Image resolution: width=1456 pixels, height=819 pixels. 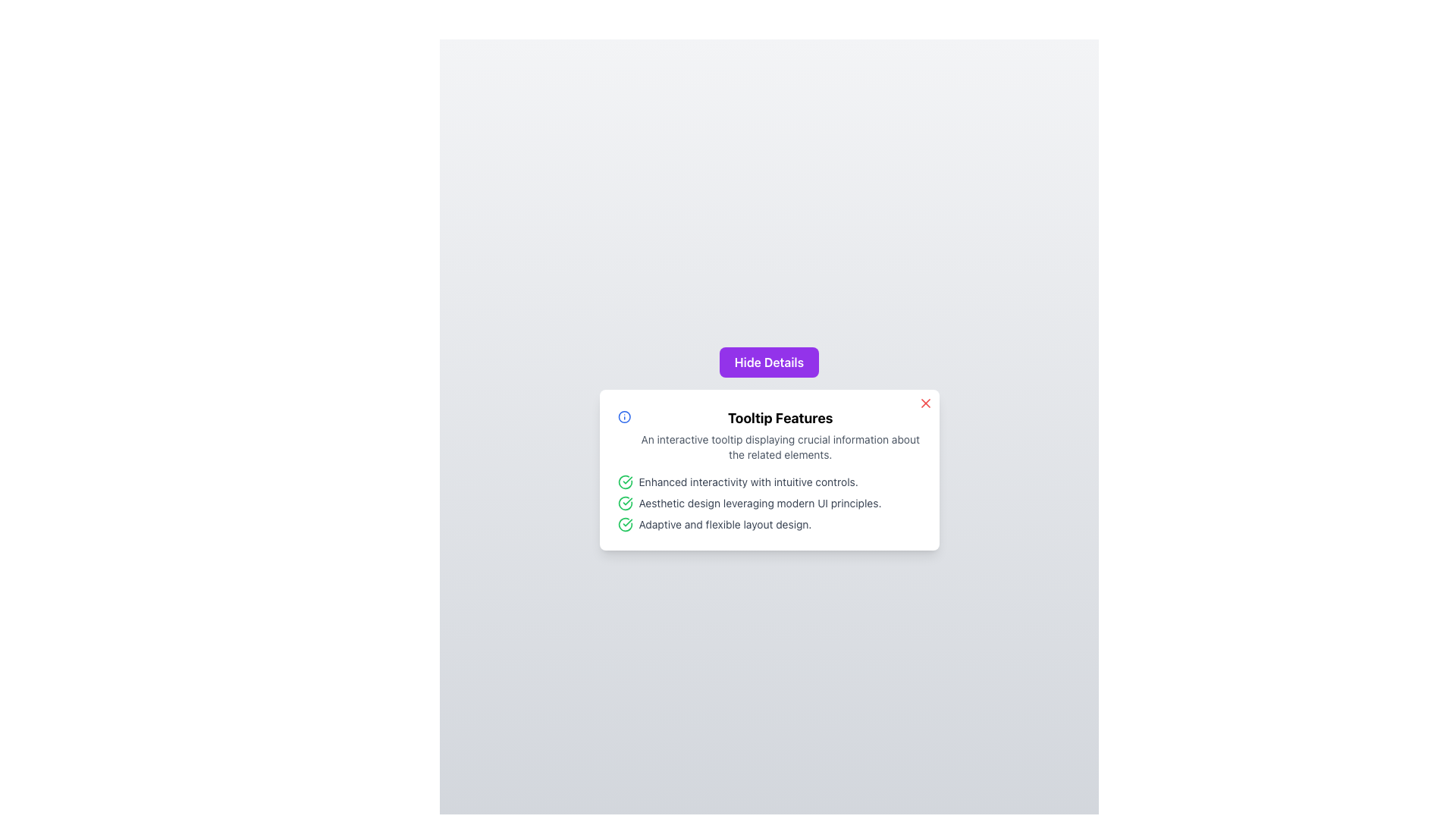 I want to click on the circular green check mark icon that is the first element in the list item row for the text 'Aesthetic design leveraging modern UI principles.', so click(x=625, y=503).